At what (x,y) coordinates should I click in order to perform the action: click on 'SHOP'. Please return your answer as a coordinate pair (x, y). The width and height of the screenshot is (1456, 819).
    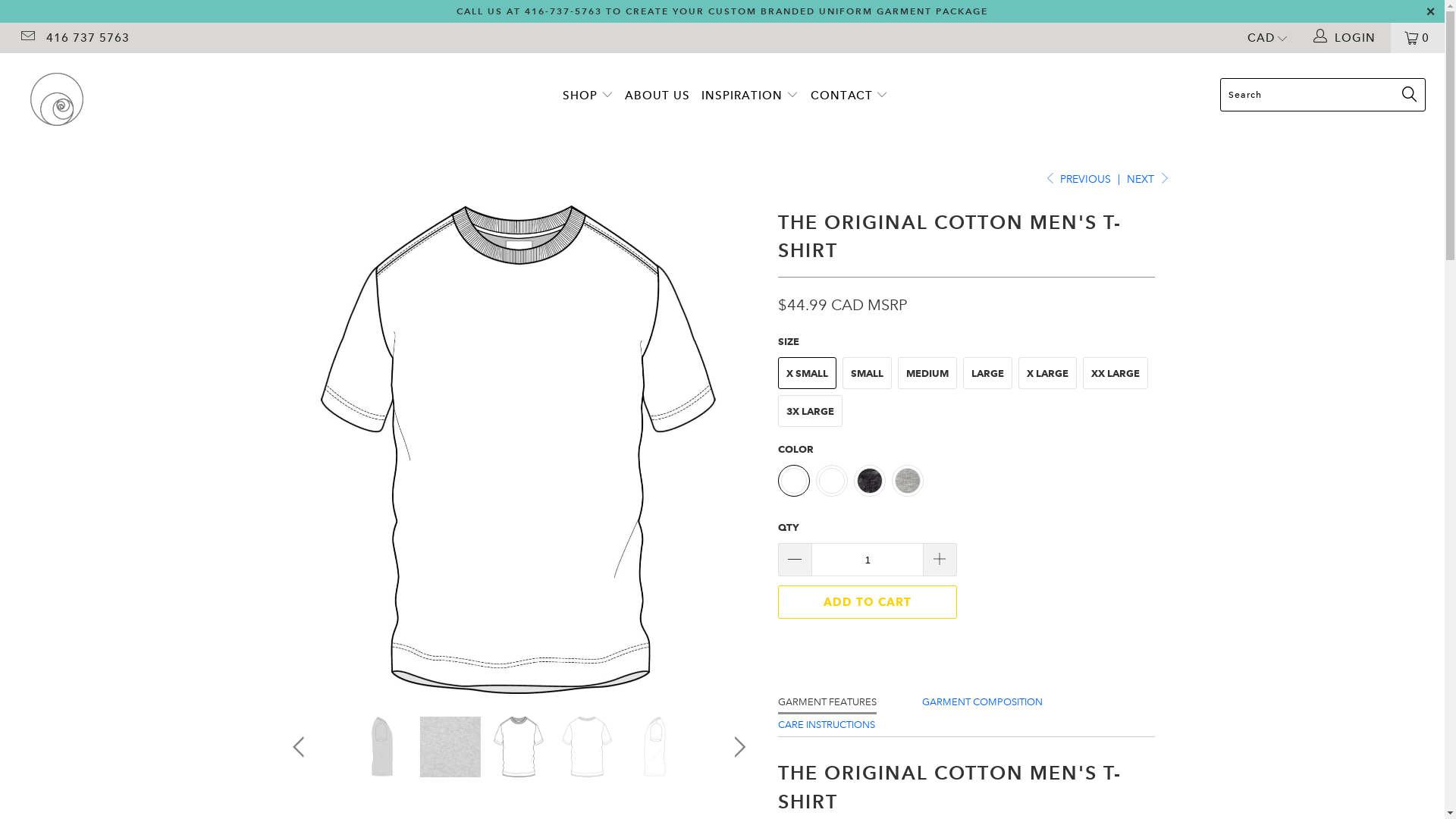
    Looking at the image, I should click on (587, 96).